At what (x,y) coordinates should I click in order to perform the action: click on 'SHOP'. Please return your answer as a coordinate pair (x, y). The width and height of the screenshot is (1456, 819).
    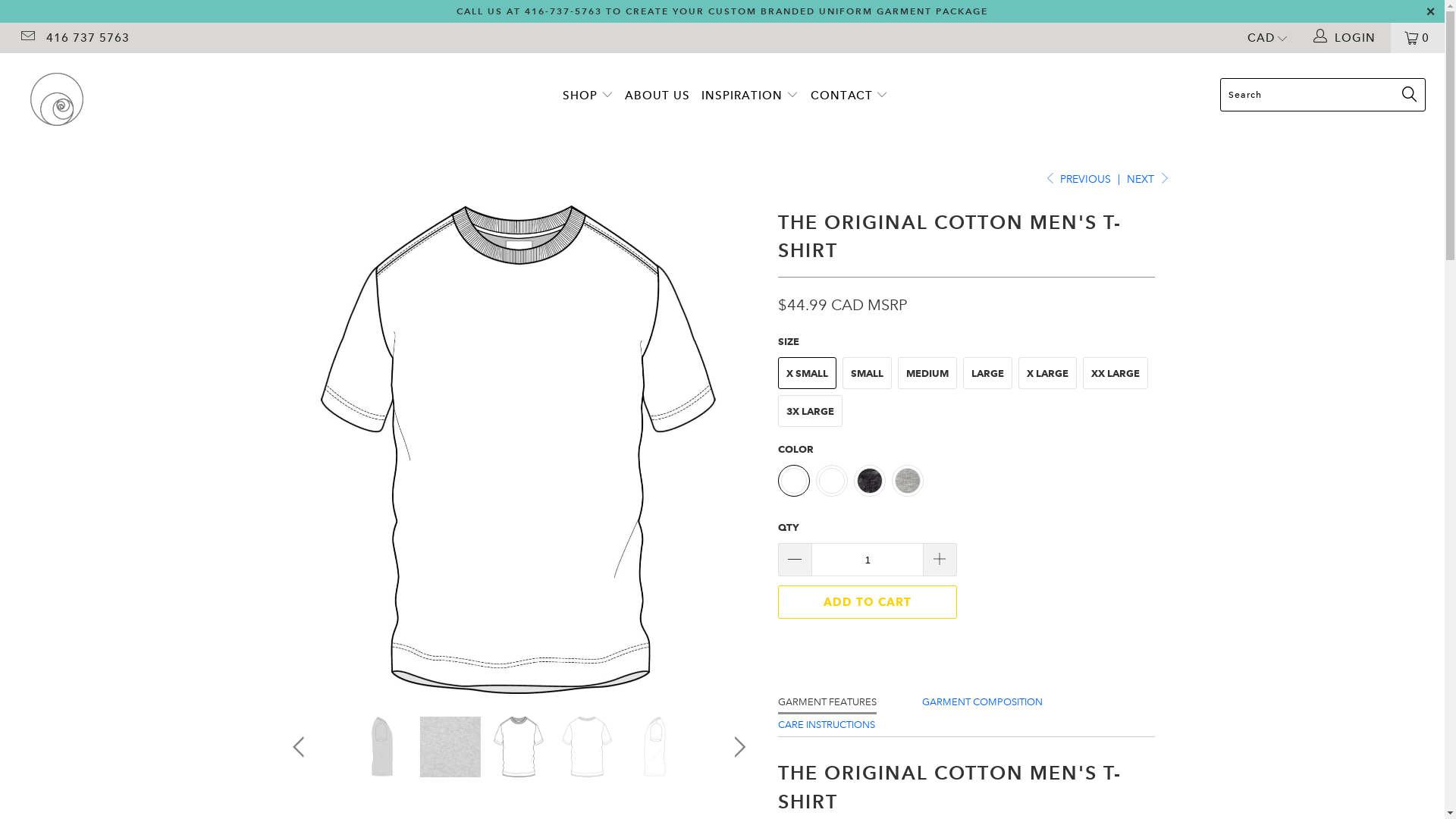
    Looking at the image, I should click on (587, 96).